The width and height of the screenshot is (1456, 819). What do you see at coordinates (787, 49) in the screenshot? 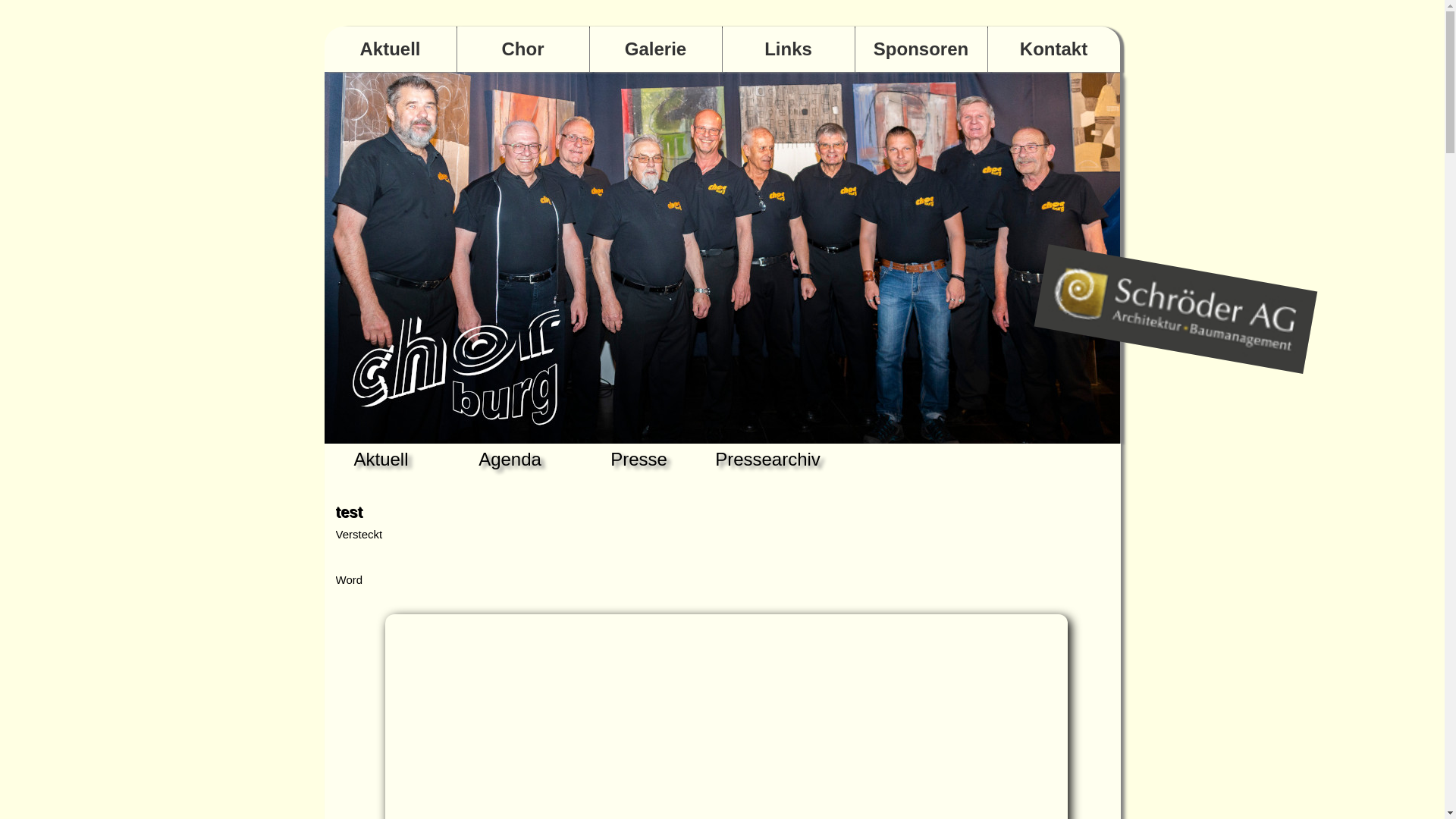
I see `'Links'` at bounding box center [787, 49].